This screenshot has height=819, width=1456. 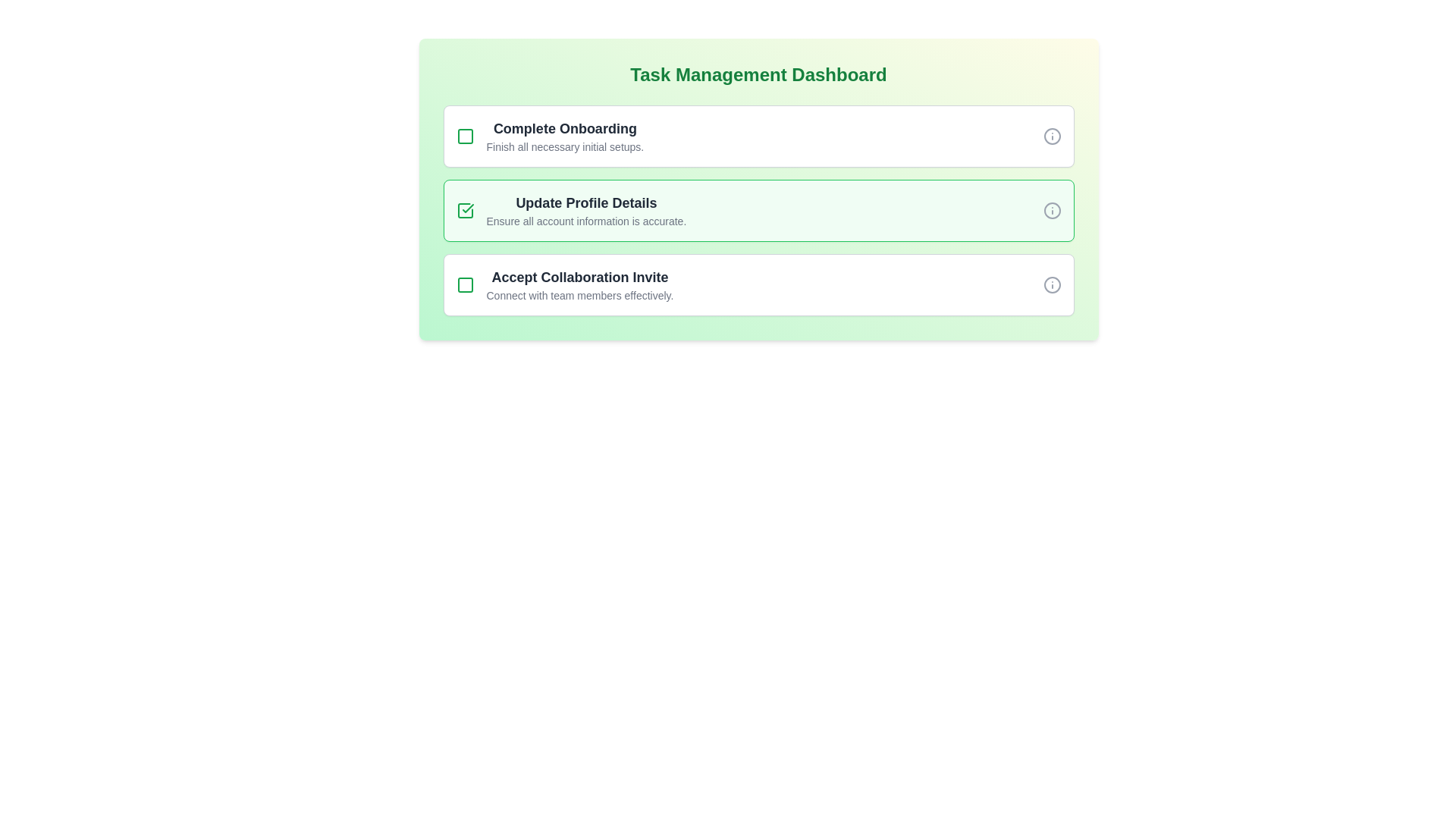 What do you see at coordinates (579, 284) in the screenshot?
I see `the text-based informational block titled 'Accept Collaboration Invite', which provides context for connecting with team members effectively` at bounding box center [579, 284].